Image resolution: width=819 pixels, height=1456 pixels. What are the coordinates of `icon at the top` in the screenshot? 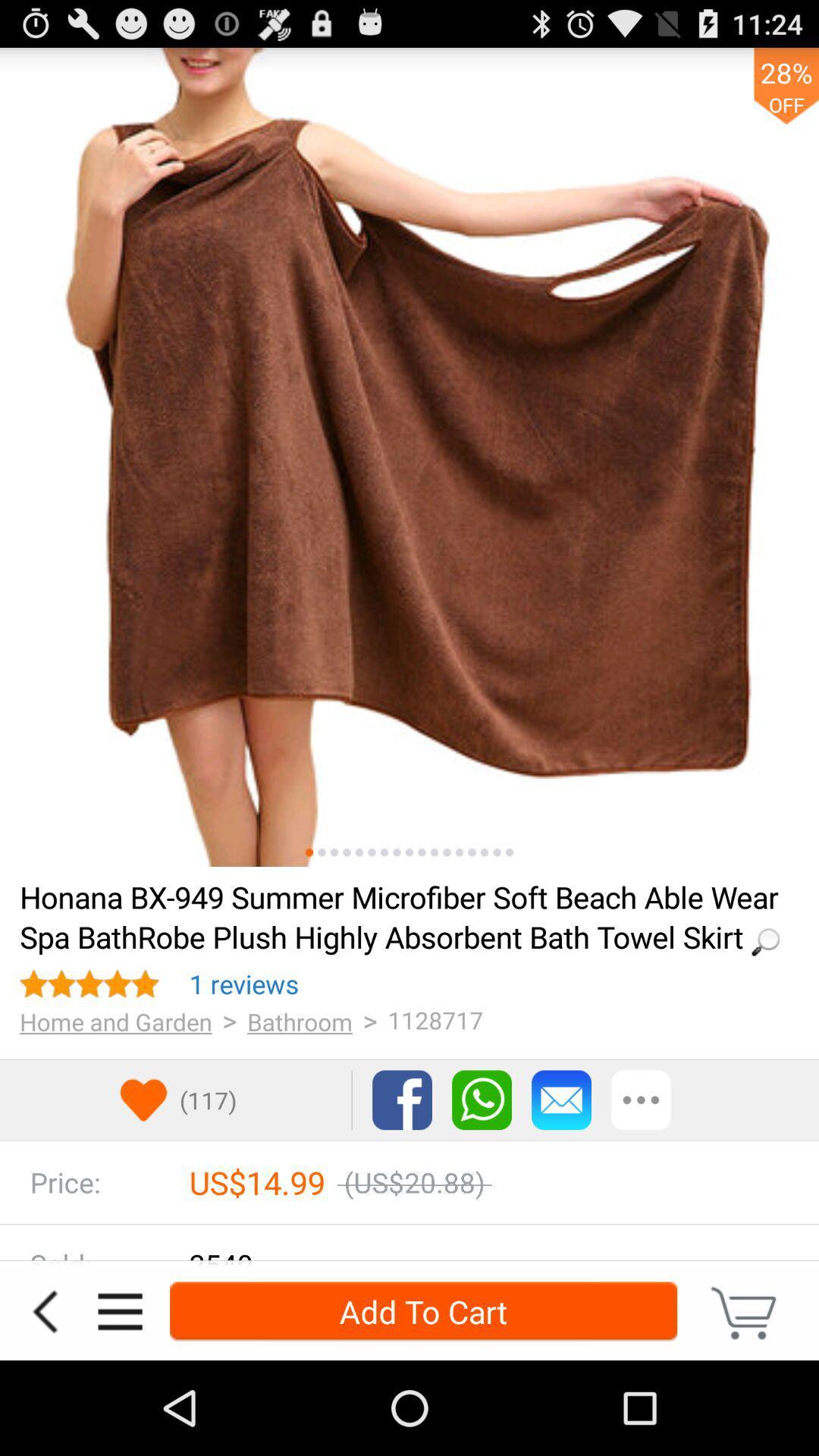 It's located at (409, 457).